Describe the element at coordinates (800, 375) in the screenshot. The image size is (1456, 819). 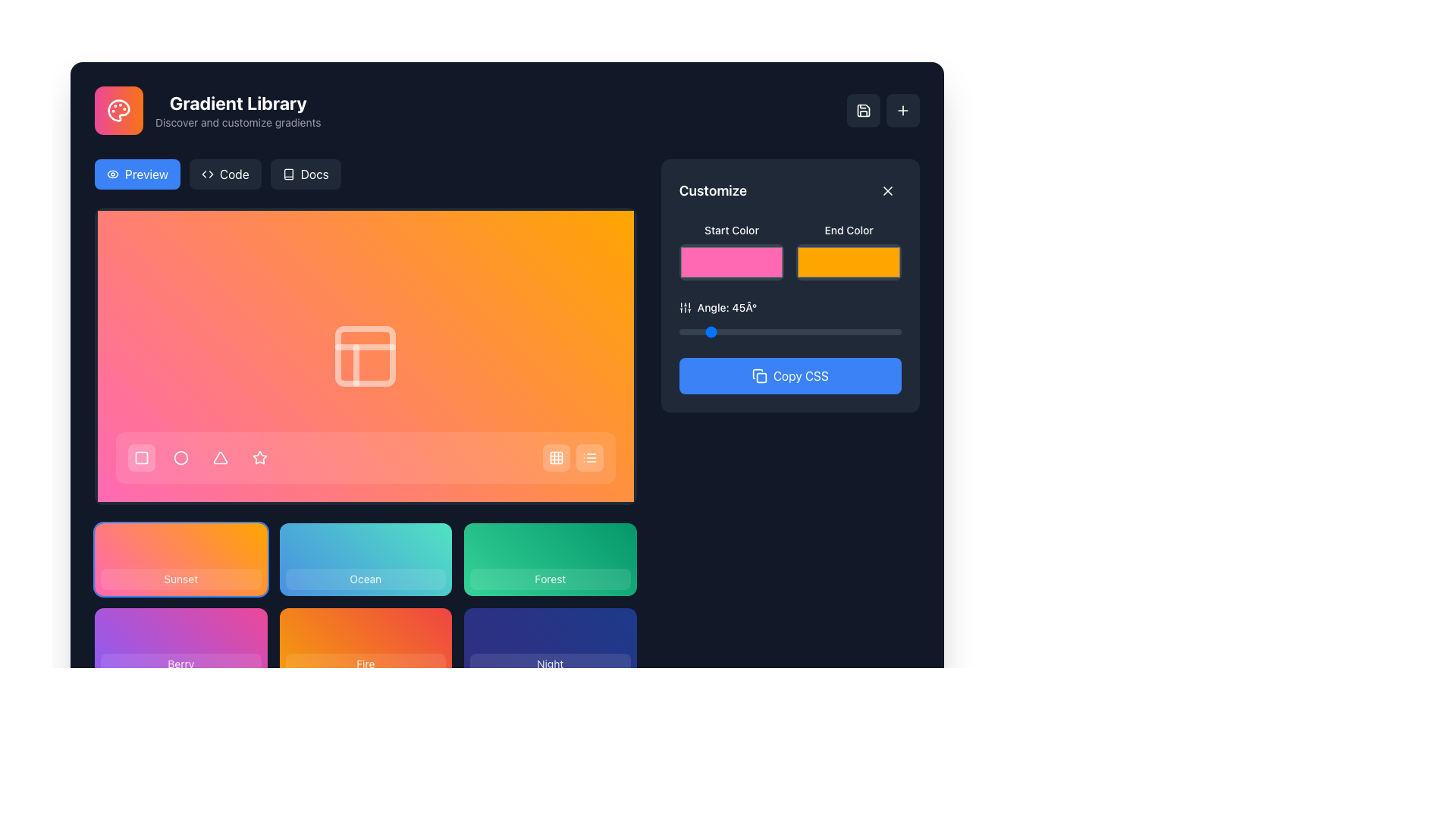
I see `the copy button located in the customization panel, which allows users to copy the generated CSS code` at that location.